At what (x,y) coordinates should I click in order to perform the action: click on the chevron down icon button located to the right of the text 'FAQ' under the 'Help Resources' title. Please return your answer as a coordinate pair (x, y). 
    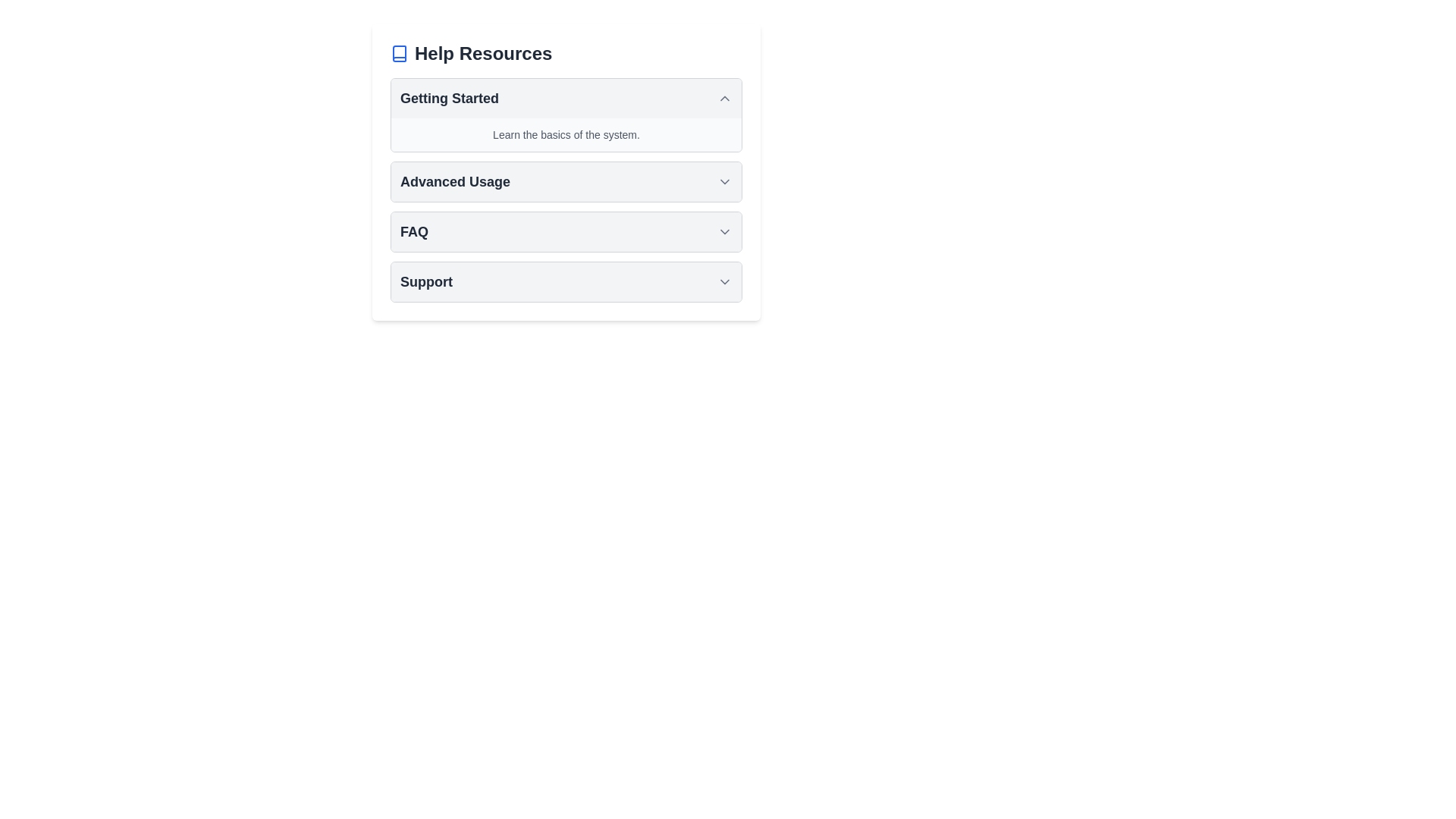
    Looking at the image, I should click on (723, 231).